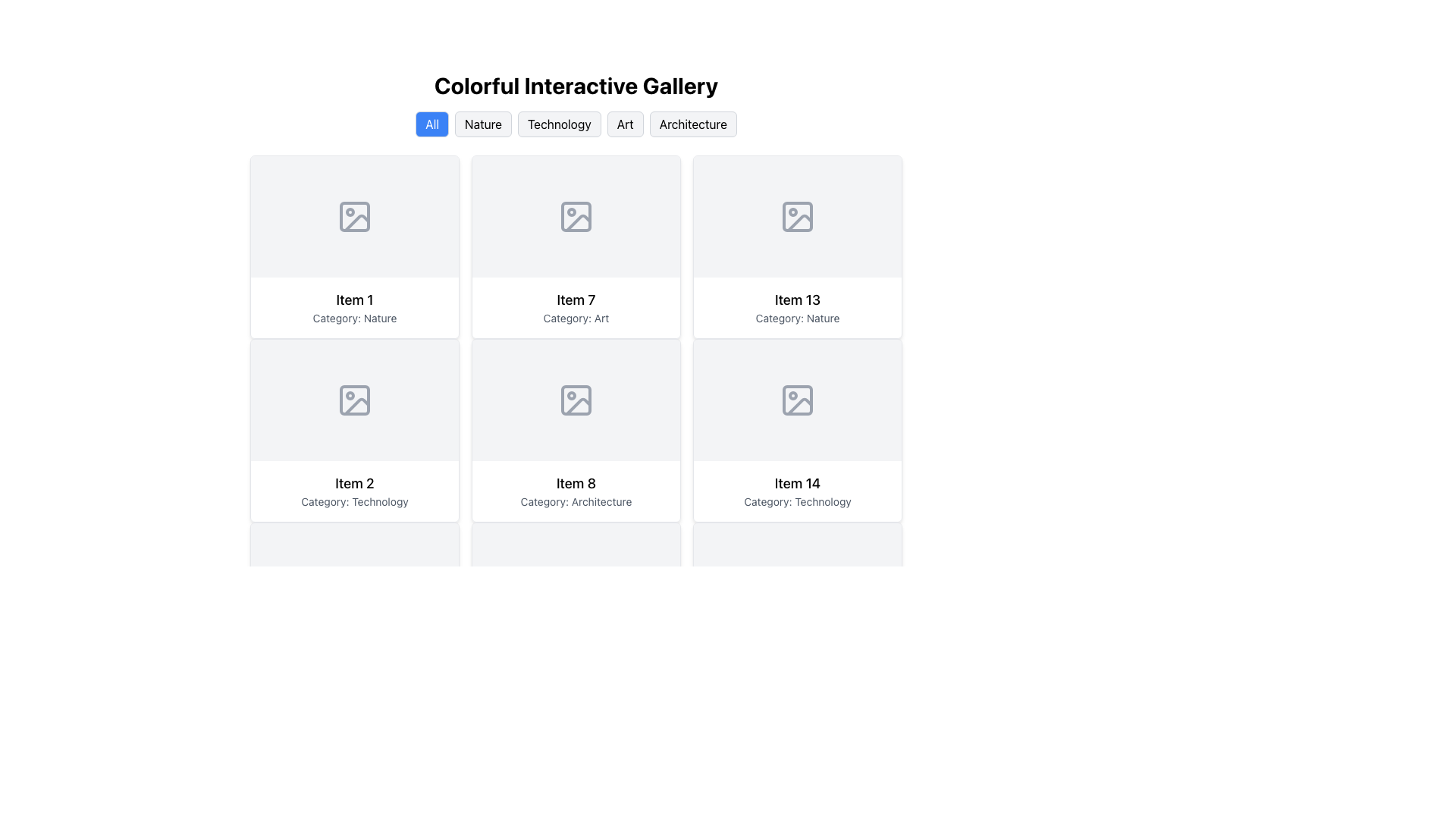 The image size is (1456, 819). Describe the element at coordinates (575, 216) in the screenshot. I see `the image placeholder located in the center position of the second row of the grid, which serves as a placeholder for an item labeled 'Item 7 - Category: Art'` at that location.